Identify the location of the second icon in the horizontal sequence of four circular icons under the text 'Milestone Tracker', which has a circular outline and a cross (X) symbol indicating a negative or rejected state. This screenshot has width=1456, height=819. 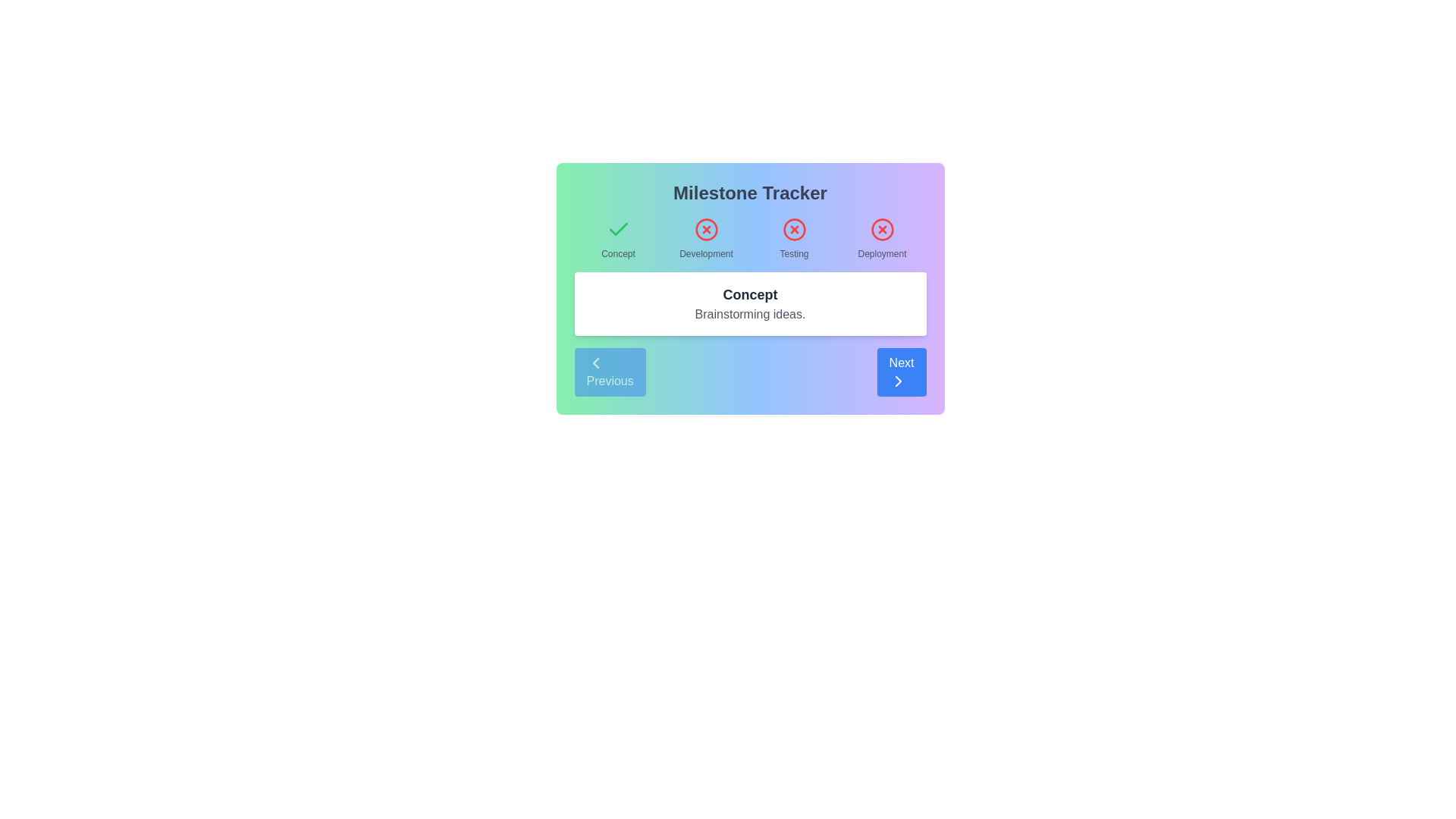
(705, 230).